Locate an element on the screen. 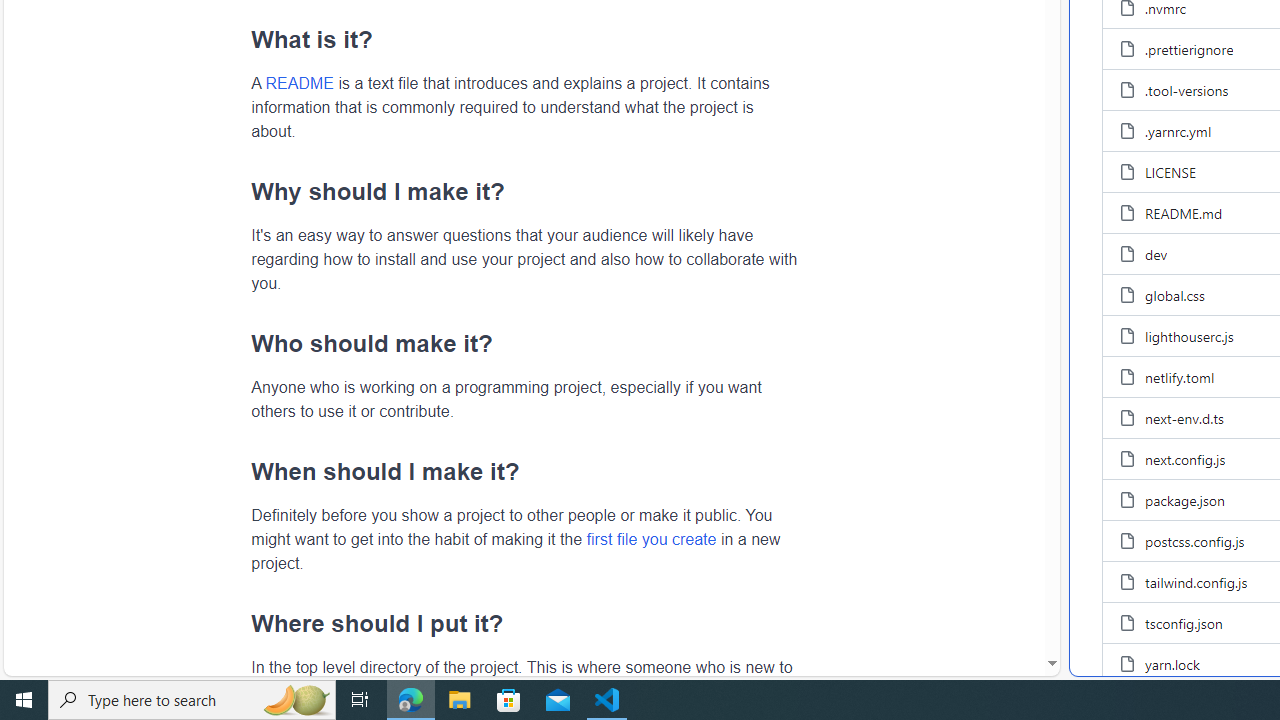 This screenshot has height=720, width=1280. 'netlify.toml, (File)' is located at coordinates (1180, 377).